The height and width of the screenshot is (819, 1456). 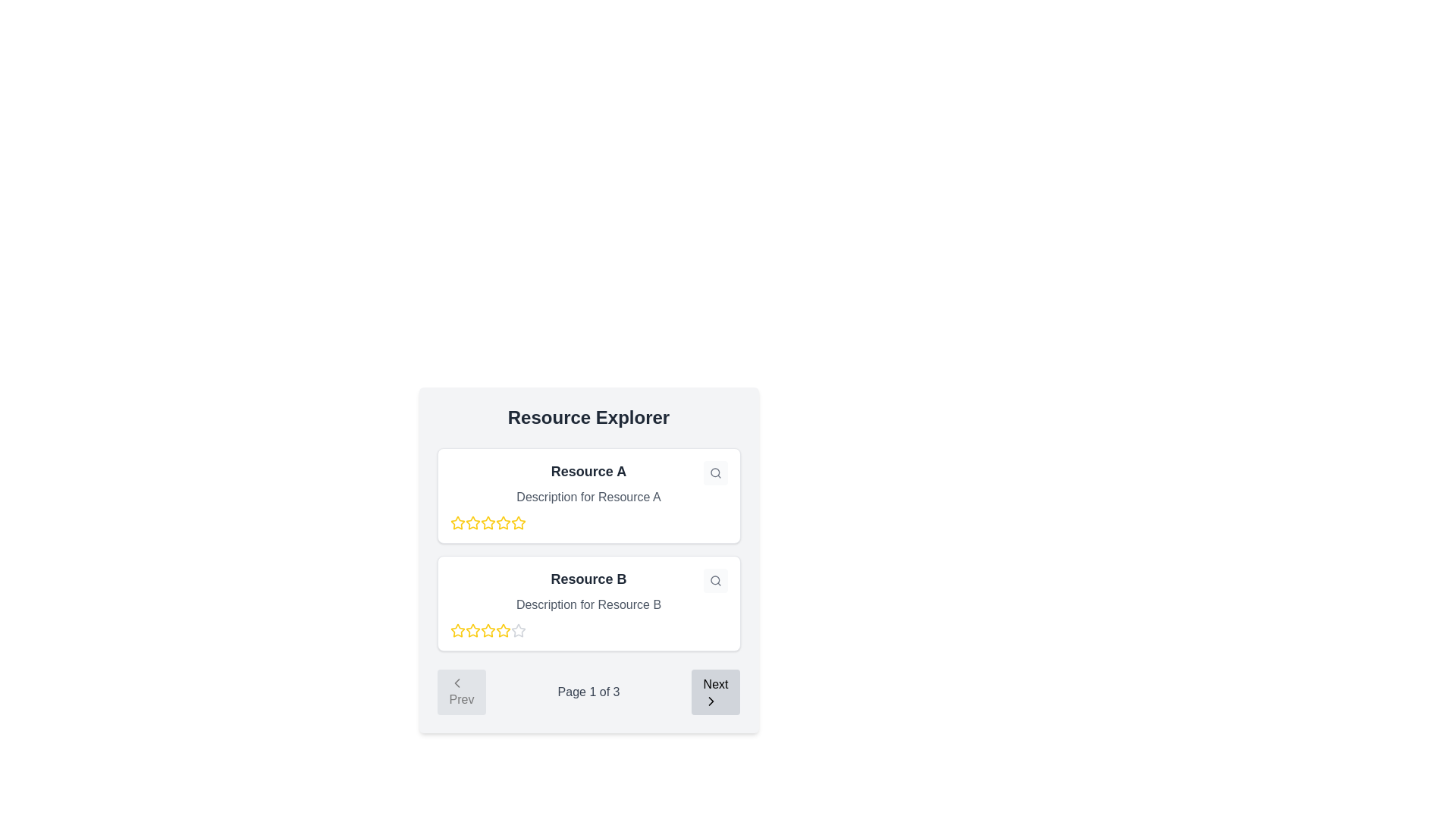 What do you see at coordinates (461, 692) in the screenshot?
I see `the disabled navigation button located at the far left edge of the navigation controls in the Resource Explorer widget, adjacent to the 'Page 1 of 3' label` at bounding box center [461, 692].